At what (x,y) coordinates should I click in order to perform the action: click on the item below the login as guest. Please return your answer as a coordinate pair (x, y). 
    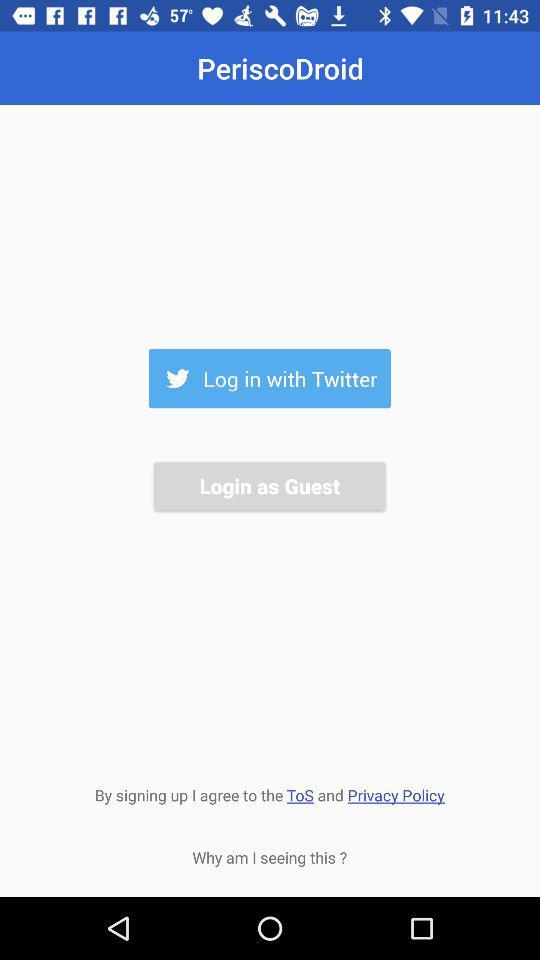
    Looking at the image, I should click on (269, 793).